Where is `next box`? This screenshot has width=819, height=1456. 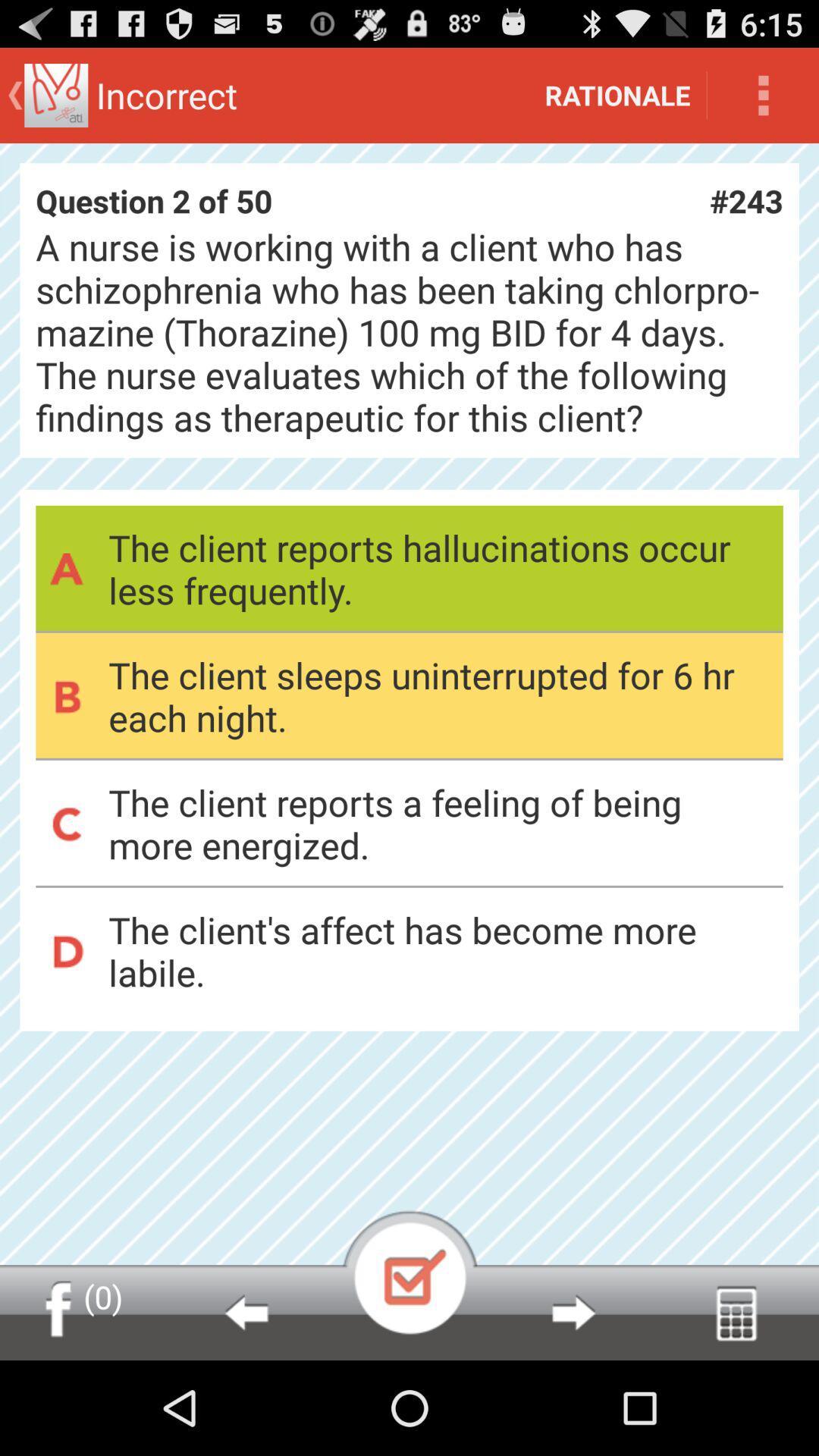 next box is located at coordinates (573, 1312).